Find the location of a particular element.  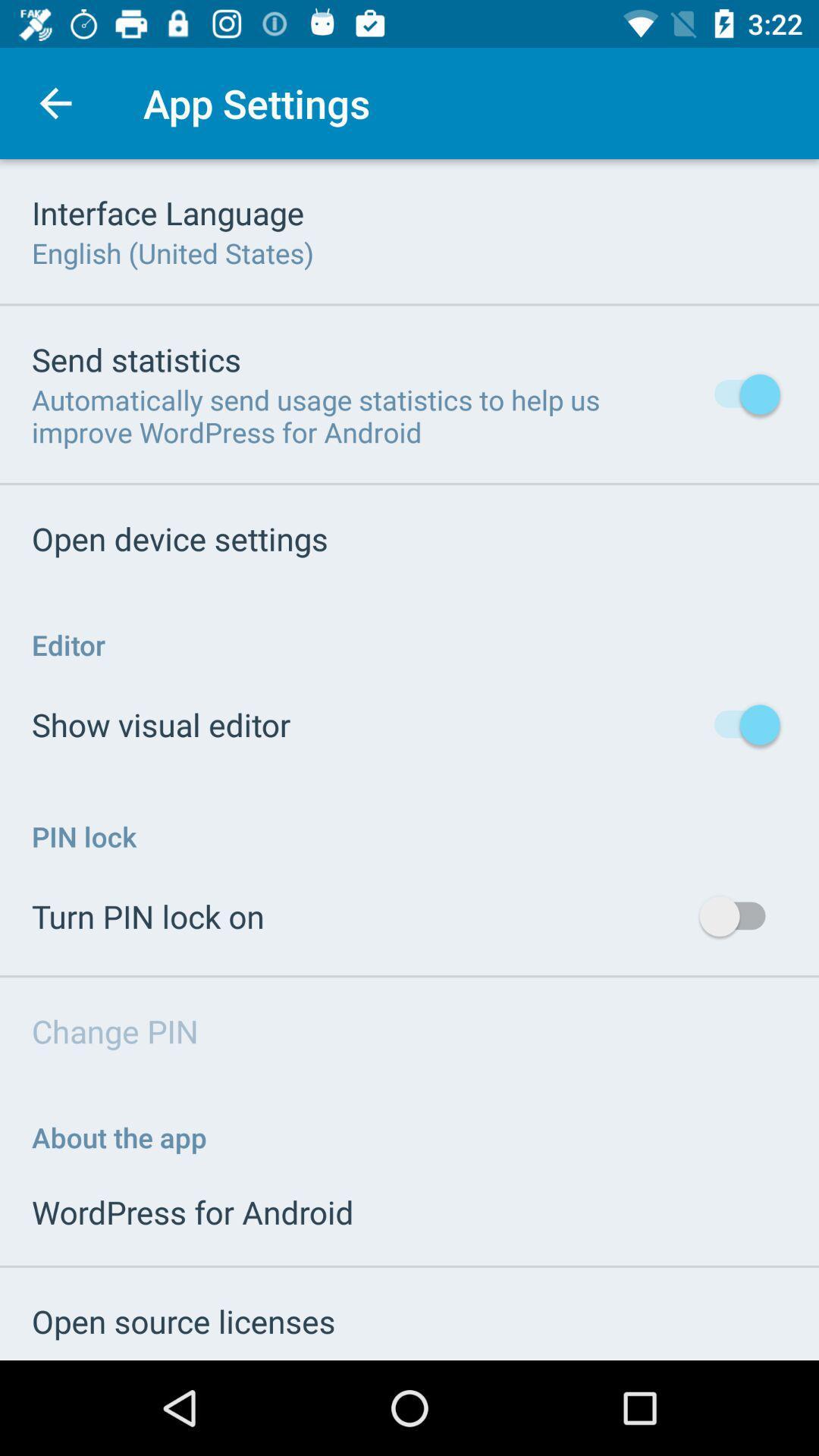

the icon to the left of the app settings icon is located at coordinates (55, 102).